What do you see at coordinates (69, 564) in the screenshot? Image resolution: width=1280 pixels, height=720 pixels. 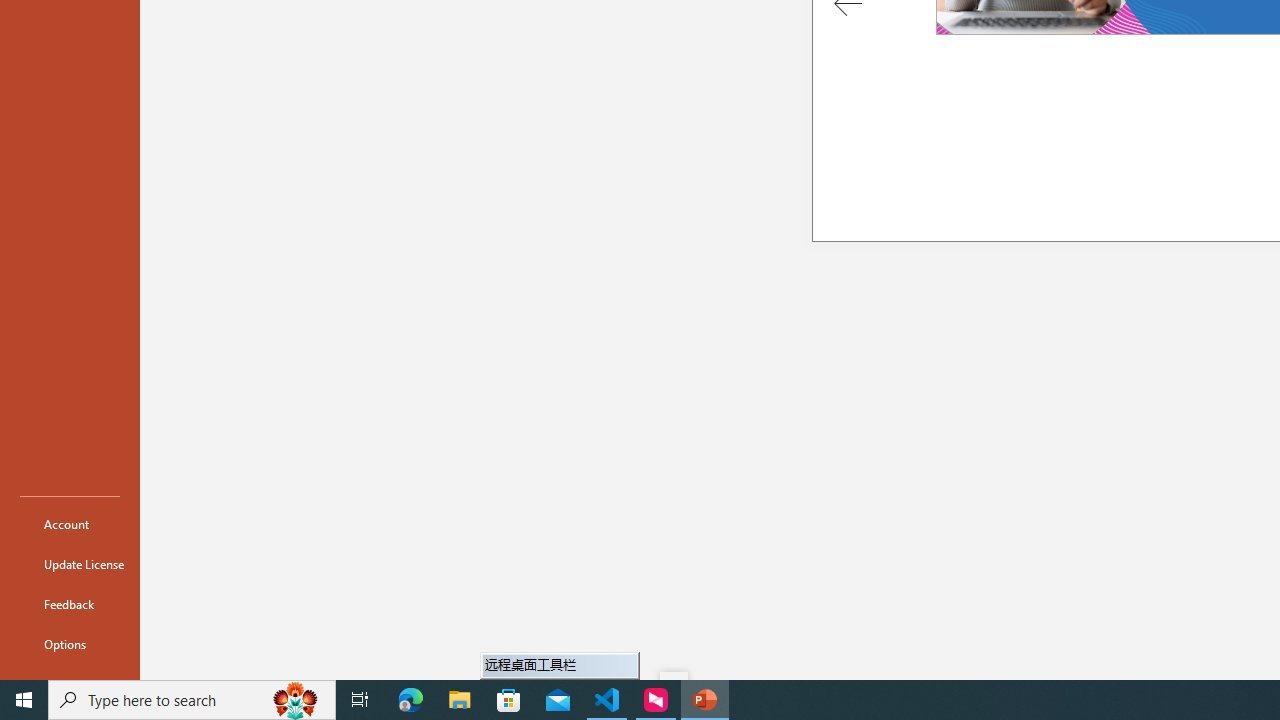 I see `'Update License'` at bounding box center [69, 564].